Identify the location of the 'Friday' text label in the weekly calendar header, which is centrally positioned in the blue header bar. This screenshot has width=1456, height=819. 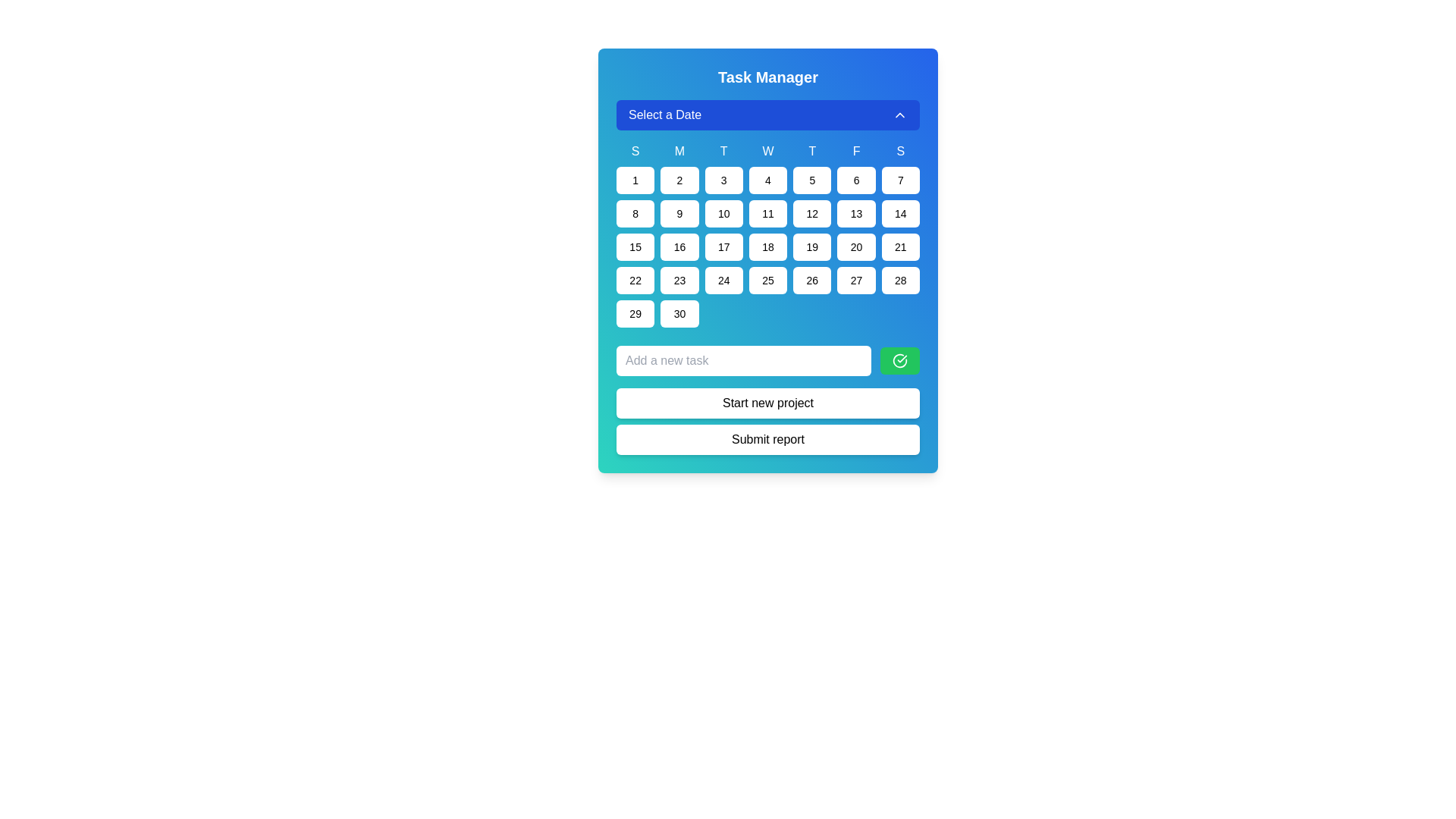
(856, 152).